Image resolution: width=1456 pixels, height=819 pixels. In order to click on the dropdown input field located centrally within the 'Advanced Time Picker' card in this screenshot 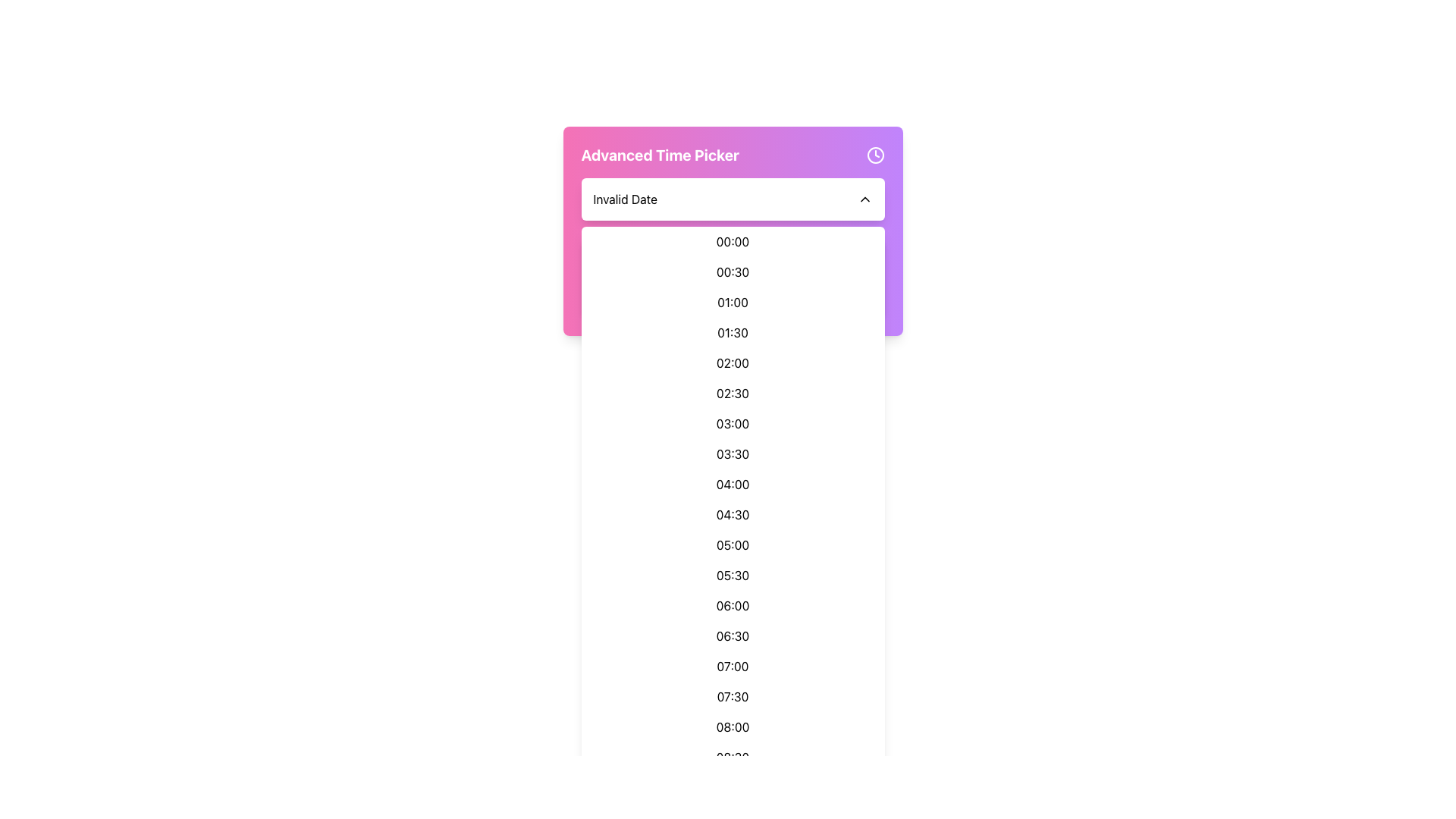, I will do `click(733, 198)`.